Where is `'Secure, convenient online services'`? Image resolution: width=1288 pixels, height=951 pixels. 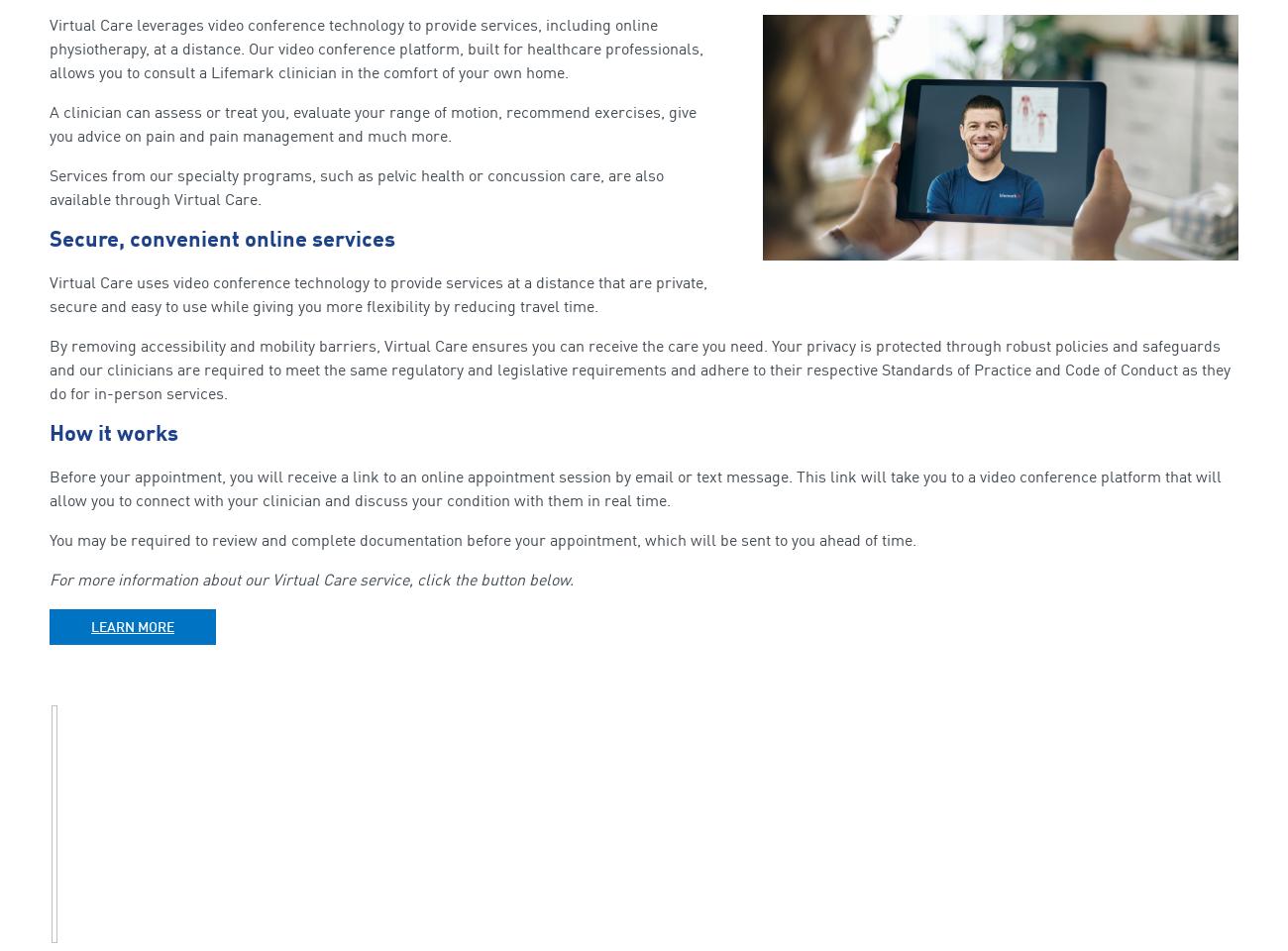
'Secure, convenient online services' is located at coordinates (221, 239).